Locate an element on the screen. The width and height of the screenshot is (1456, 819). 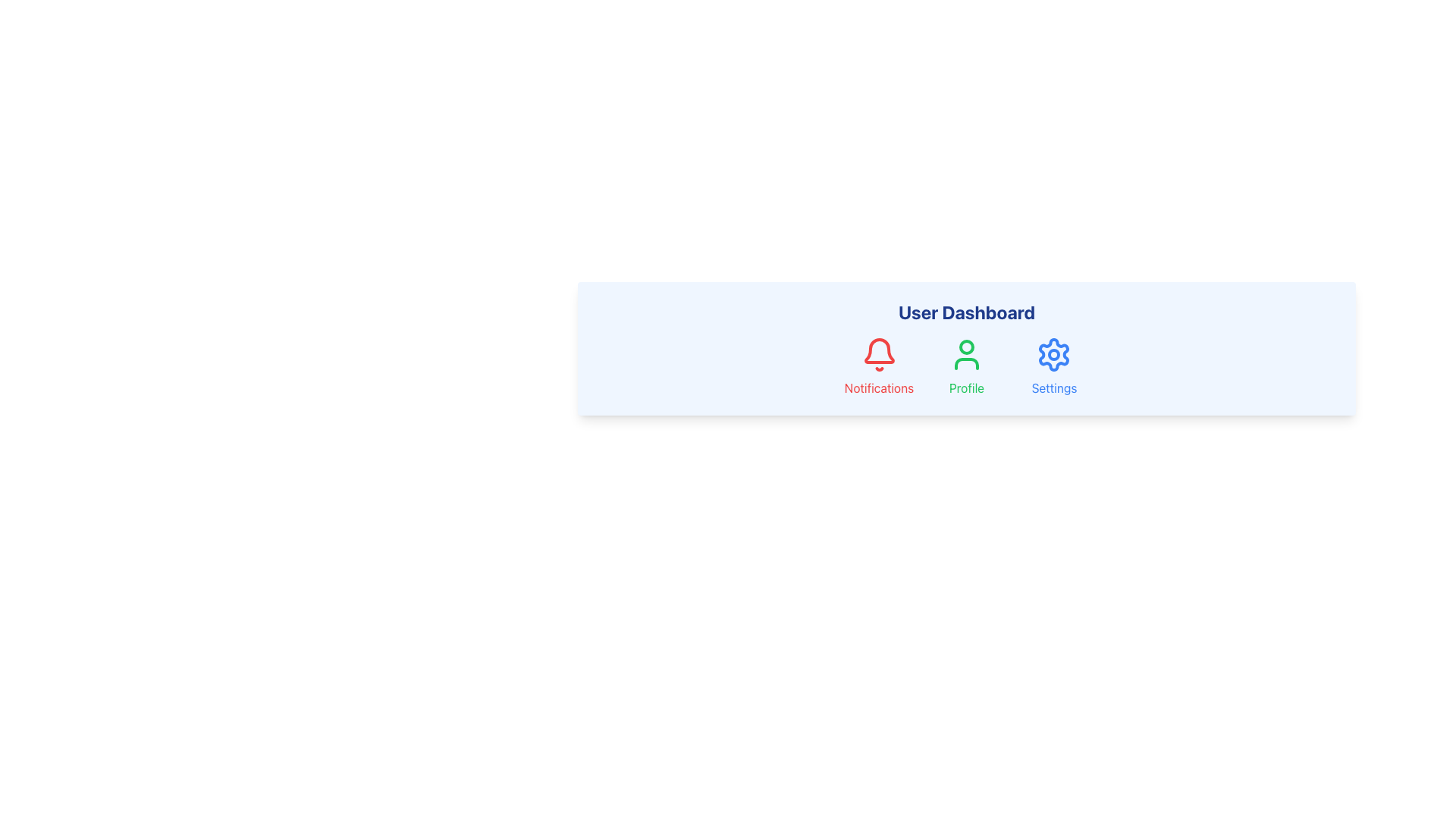
on the clickable text label that serves as a navigational link for accessing notifications, positioned centrally beneath the notification bell icon is located at coordinates (879, 388).